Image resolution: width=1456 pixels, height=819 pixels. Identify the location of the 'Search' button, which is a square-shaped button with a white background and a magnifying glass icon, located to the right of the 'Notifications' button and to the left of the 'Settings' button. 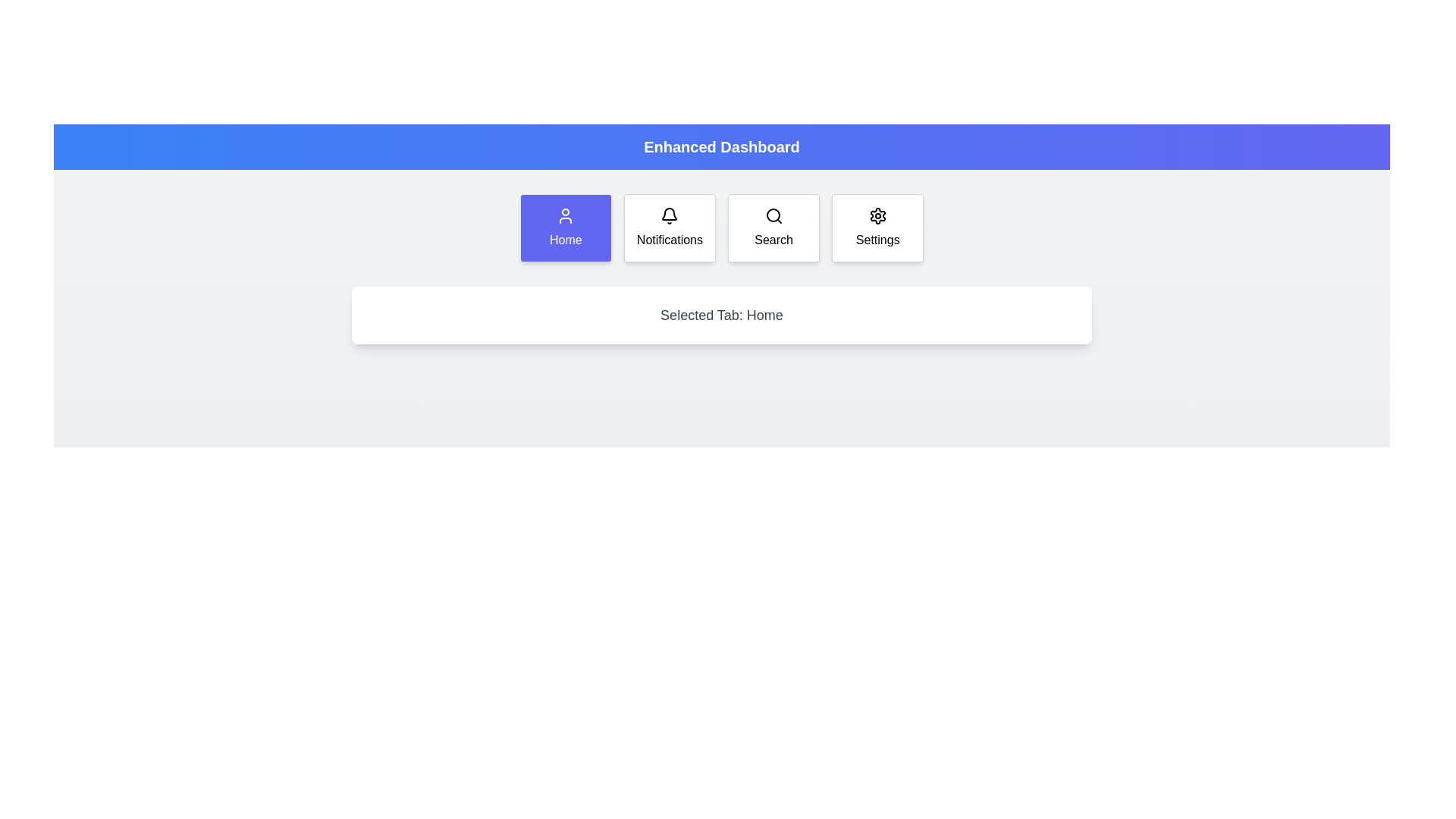
(773, 227).